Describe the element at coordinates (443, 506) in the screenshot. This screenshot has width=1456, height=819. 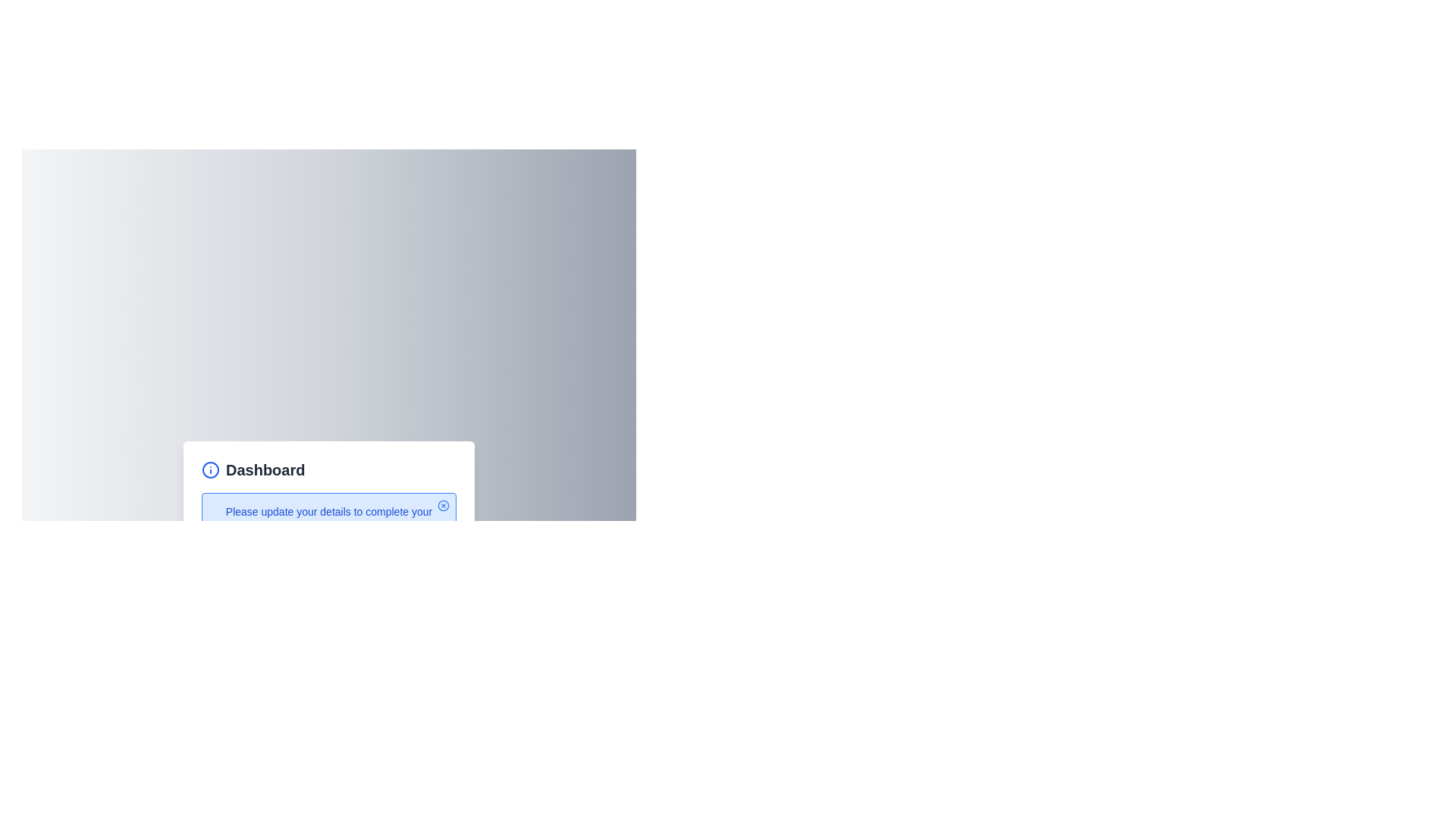
I see `the Close Button located at the top-right corner of the blue-bordered notification box with the text 'Please update your details to complete your profile setup.'` at that location.